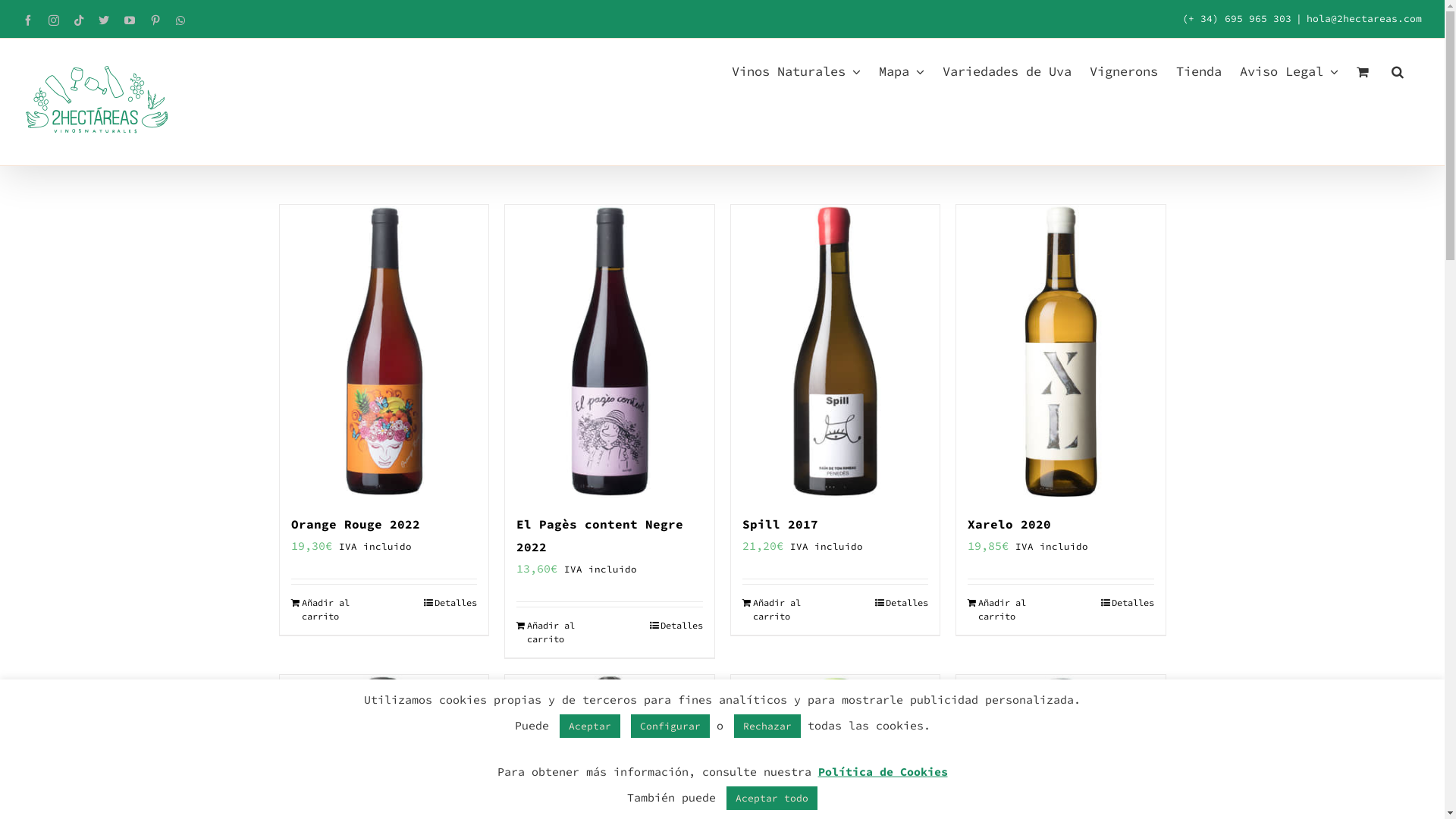  Describe the element at coordinates (180, 20) in the screenshot. I see `'WhatsApp'` at that location.